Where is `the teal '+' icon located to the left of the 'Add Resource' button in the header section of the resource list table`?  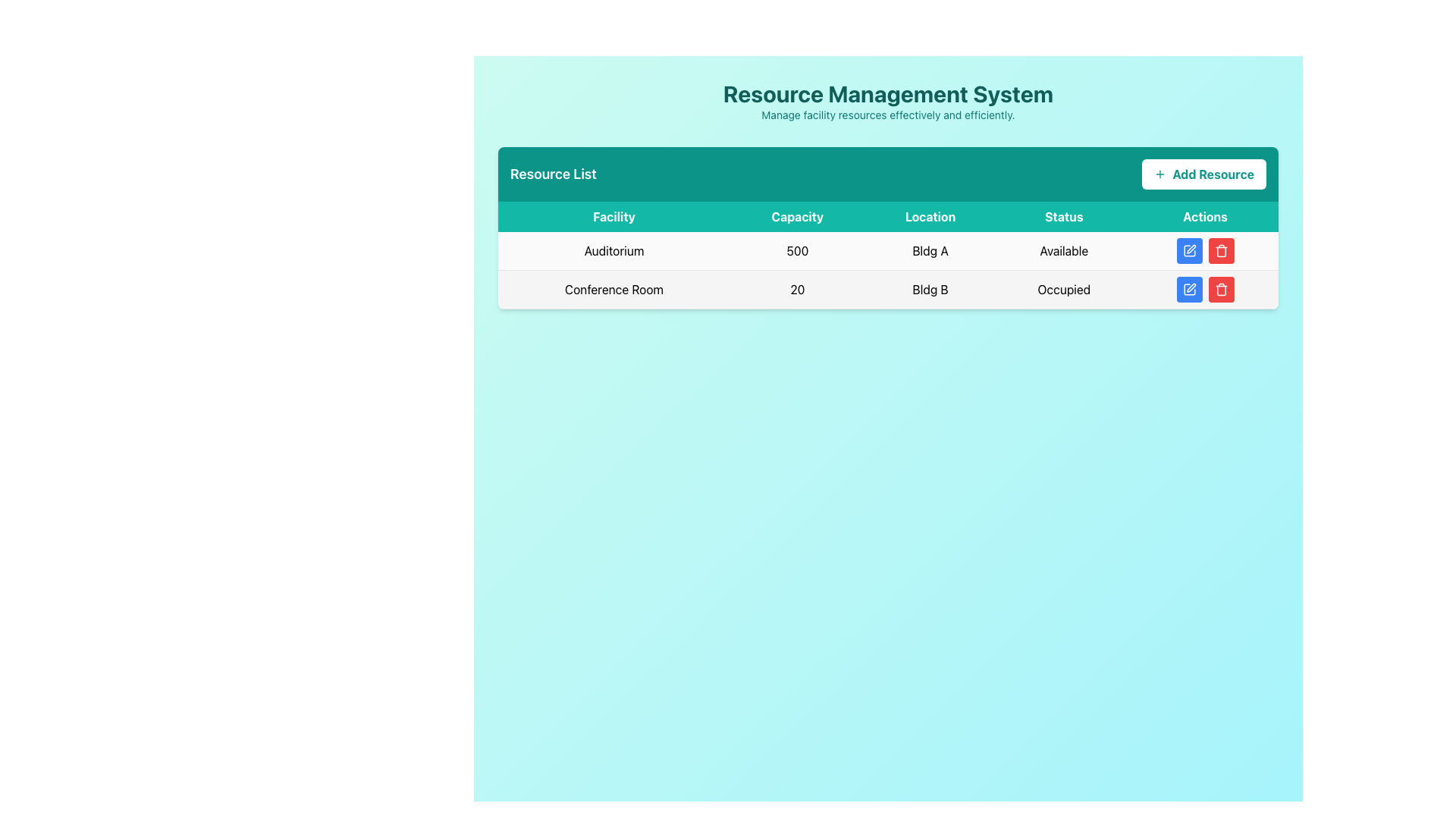 the teal '+' icon located to the left of the 'Add Resource' button in the header section of the resource list table is located at coordinates (1159, 174).